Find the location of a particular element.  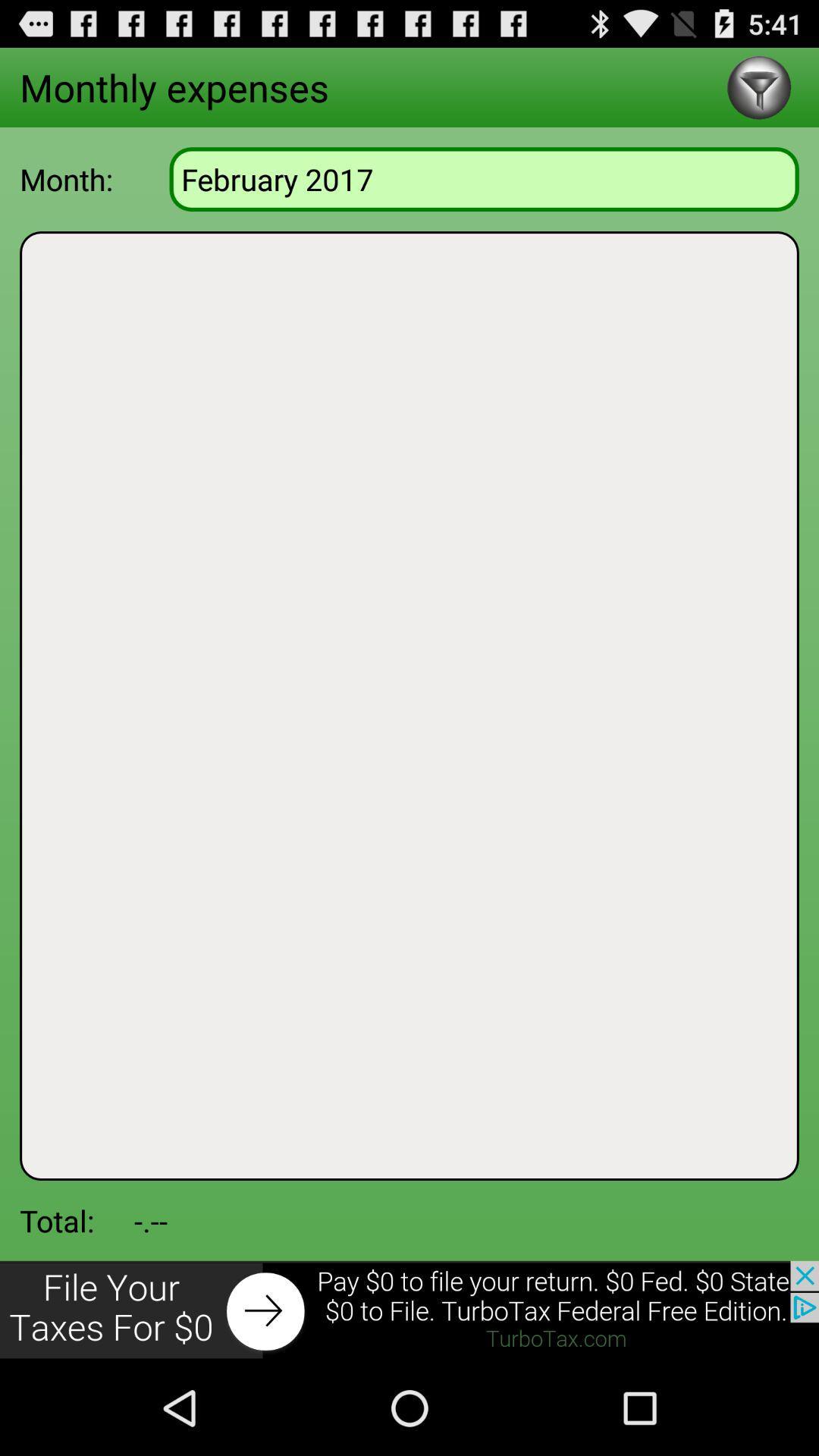

the filter icon is located at coordinates (759, 93).